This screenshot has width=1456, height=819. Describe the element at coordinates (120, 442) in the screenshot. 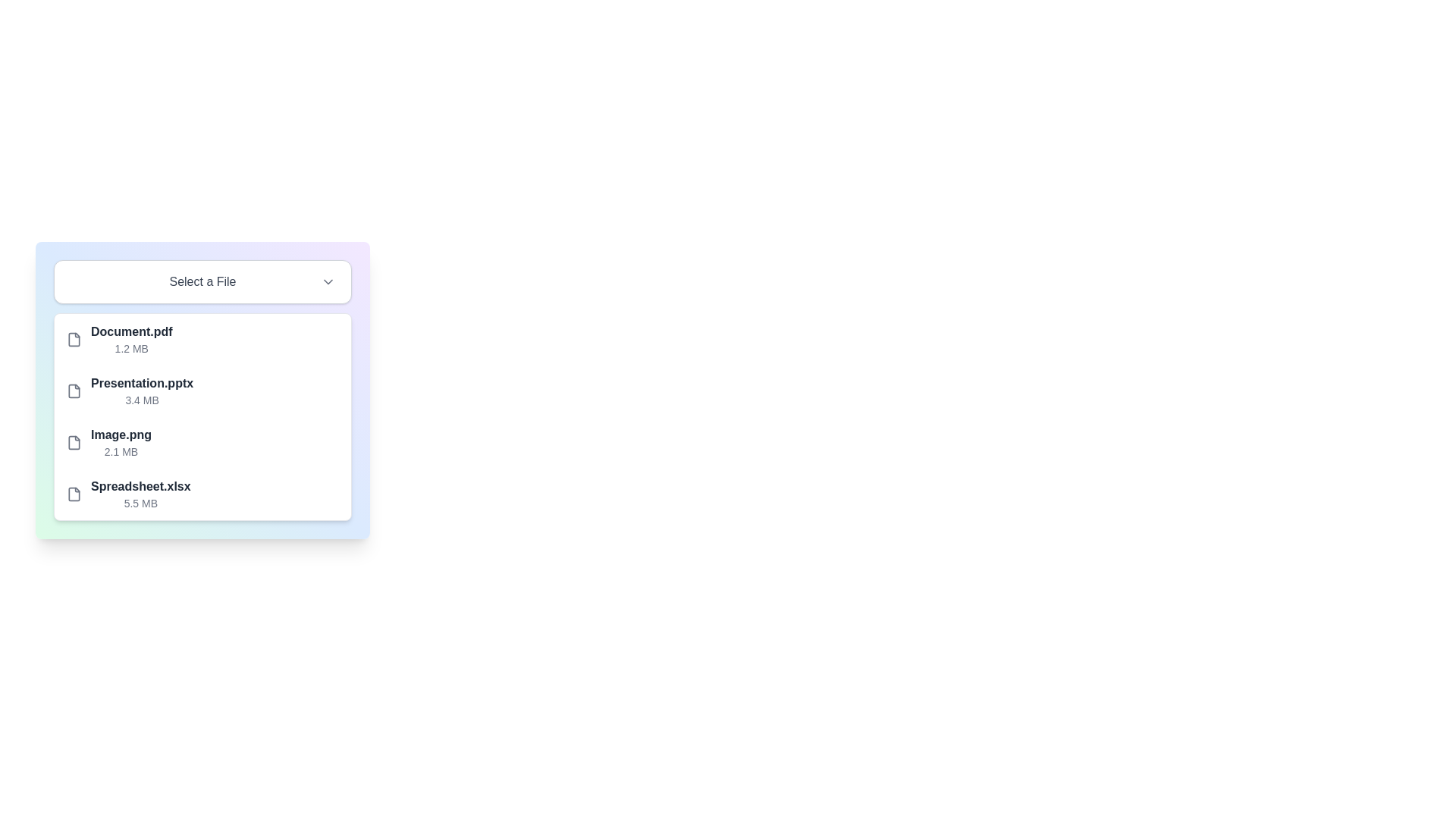

I see `the file listing labeled 'Image.png' located` at that location.